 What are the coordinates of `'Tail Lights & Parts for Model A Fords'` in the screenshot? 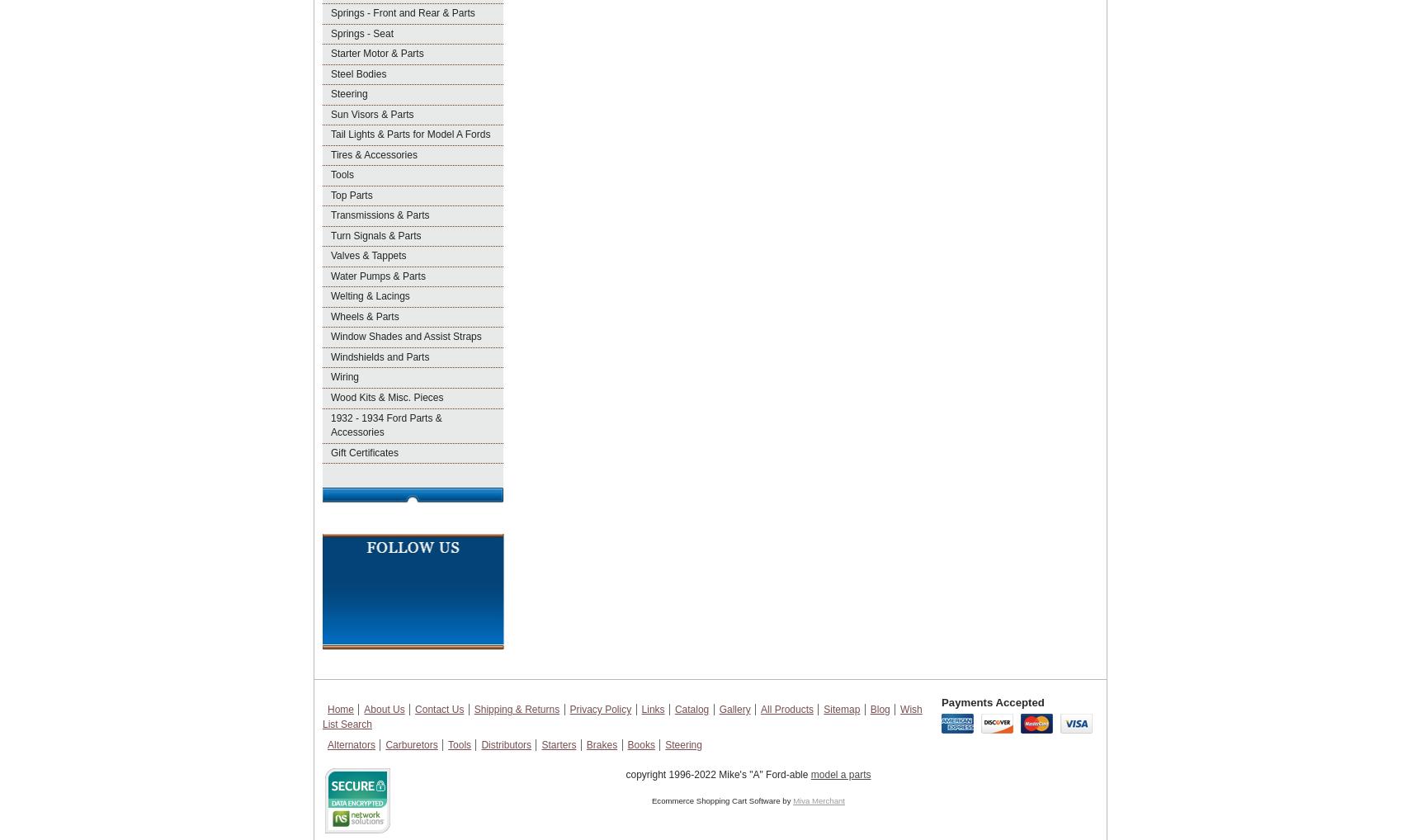 It's located at (410, 134).